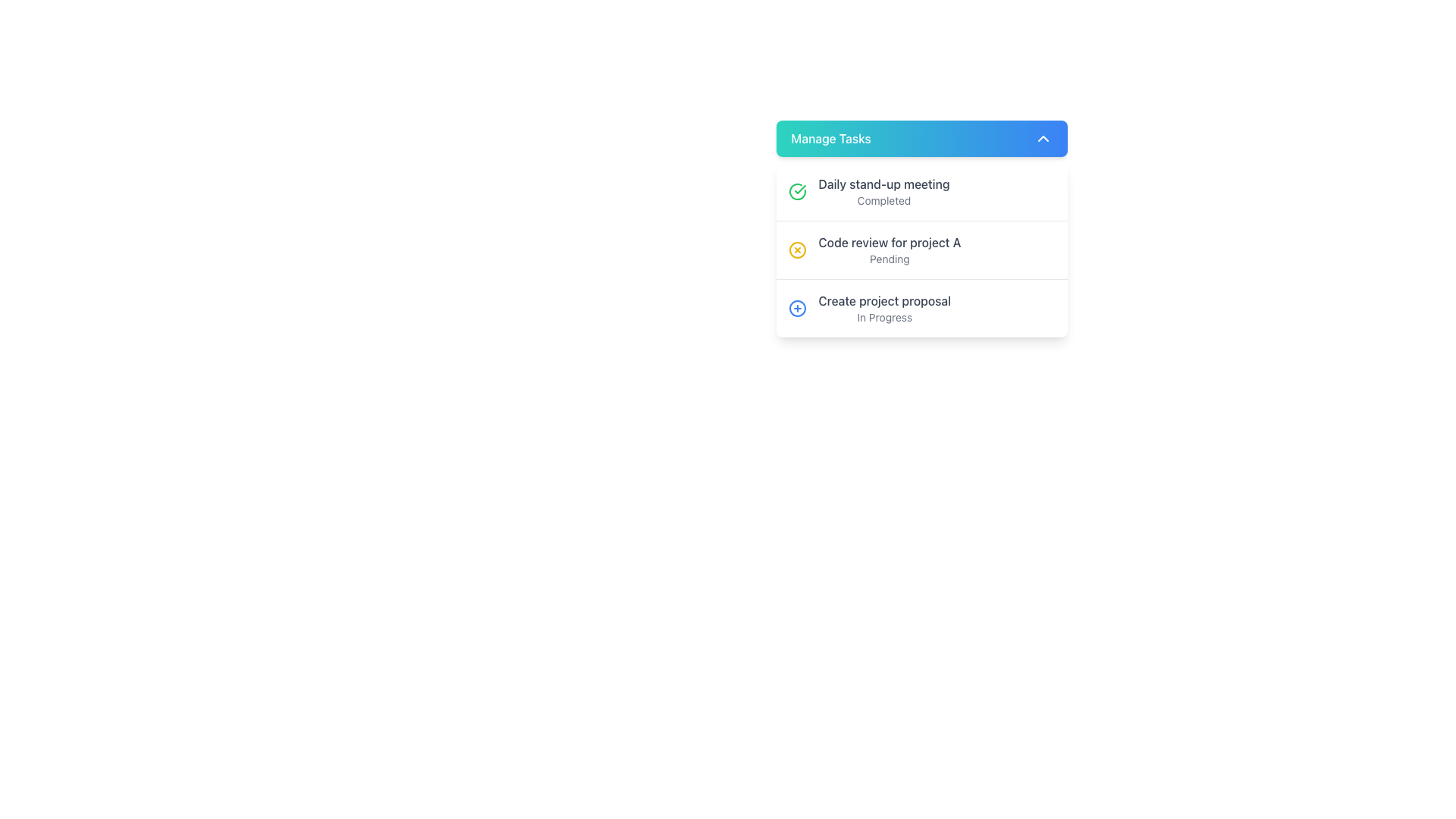 This screenshot has height=819, width=1456. What do you see at coordinates (1042, 138) in the screenshot?
I see `the upward chevron icon with a white stroke located in the blue gradient header bar of the 'Manage Tasks' section` at bounding box center [1042, 138].